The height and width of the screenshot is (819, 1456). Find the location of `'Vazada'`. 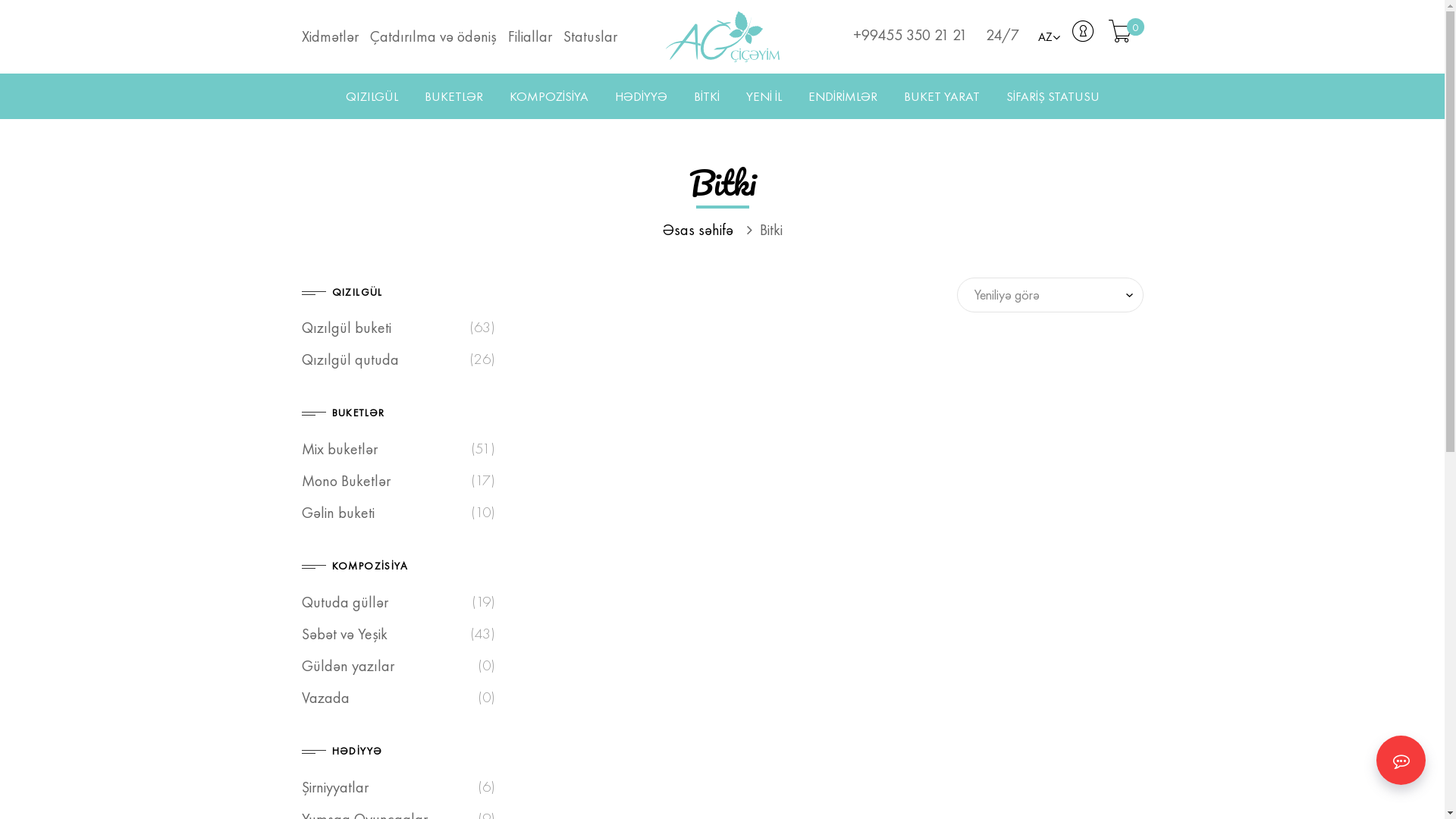

'Vazada' is located at coordinates (325, 698).